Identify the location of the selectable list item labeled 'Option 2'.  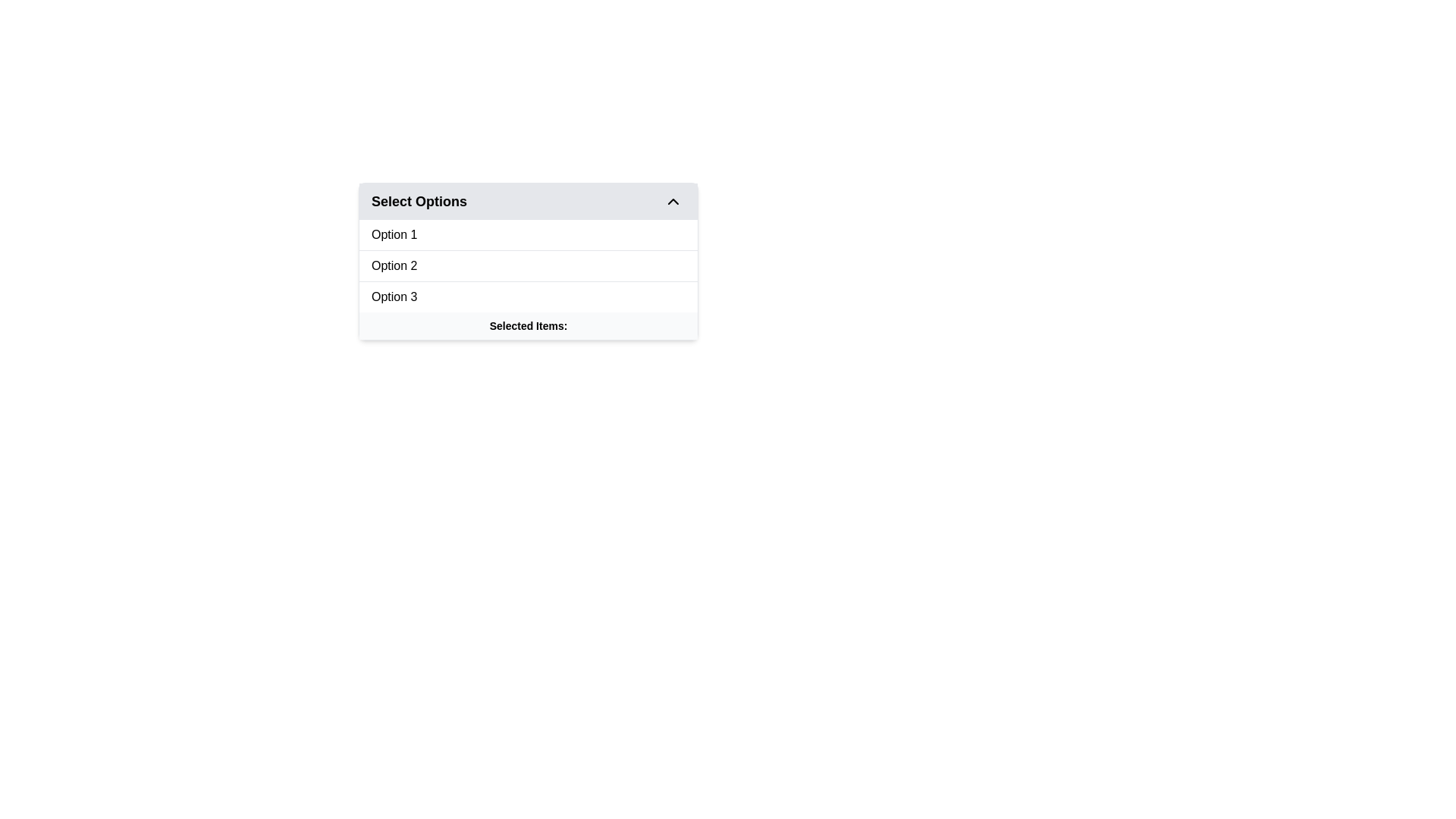
(528, 265).